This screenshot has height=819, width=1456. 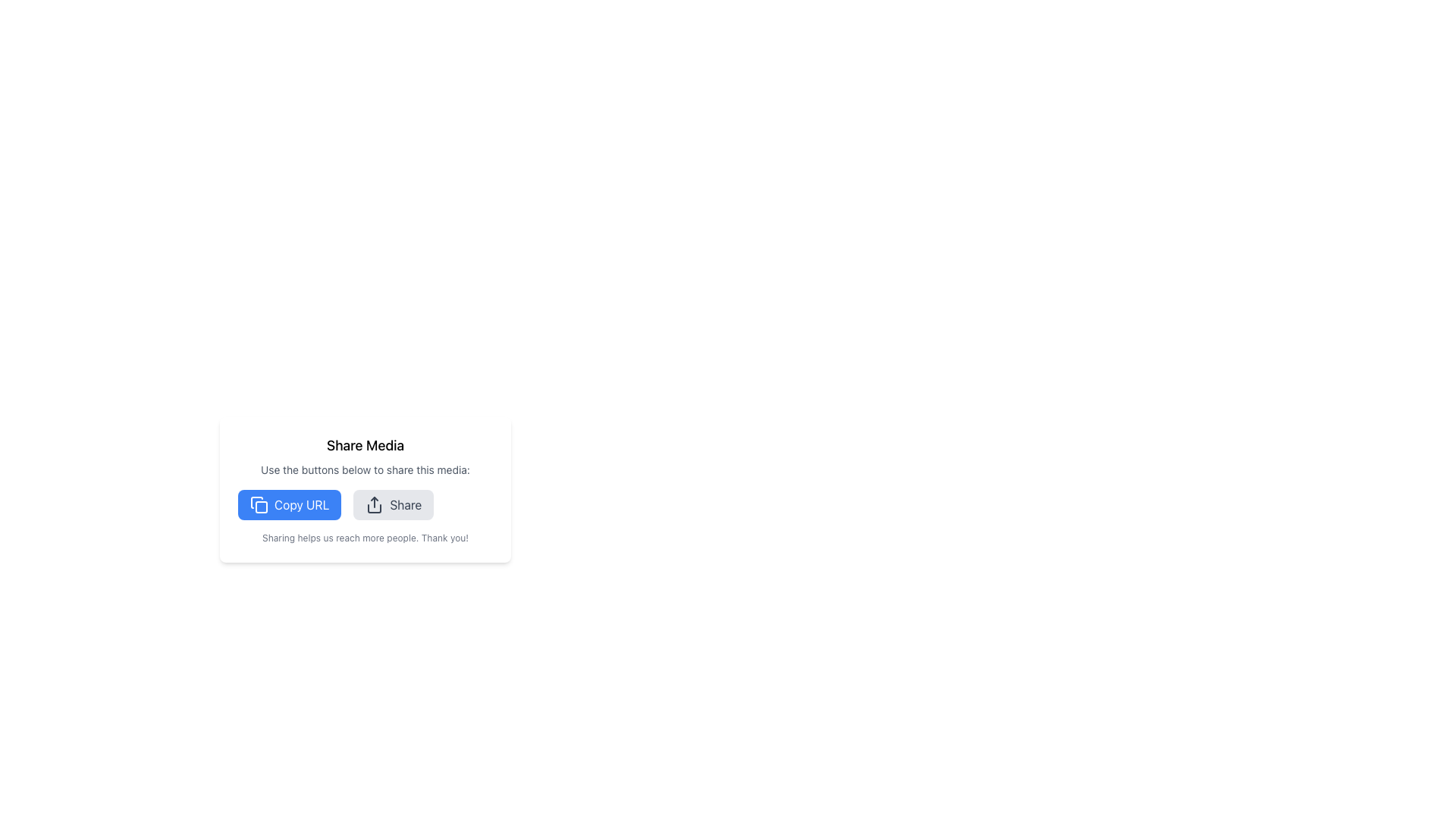 What do you see at coordinates (375, 505) in the screenshot?
I see `the share icon, which is an SVG representation of a share action, located near the center of the button labeled 'Share' in the toolbar, to initiate the share action` at bounding box center [375, 505].